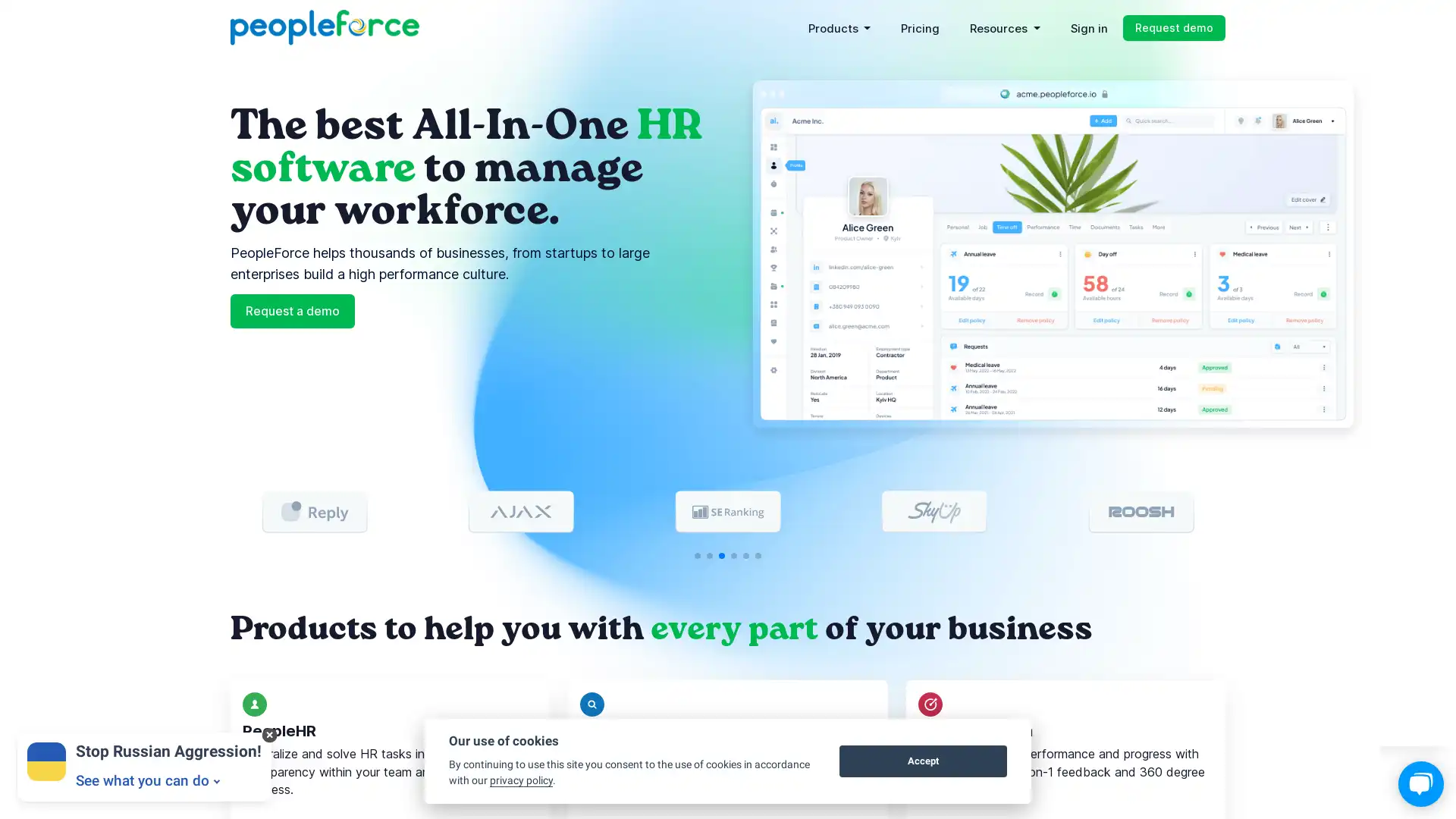 This screenshot has width=1456, height=819. Describe the element at coordinates (922, 761) in the screenshot. I see `Accept` at that location.